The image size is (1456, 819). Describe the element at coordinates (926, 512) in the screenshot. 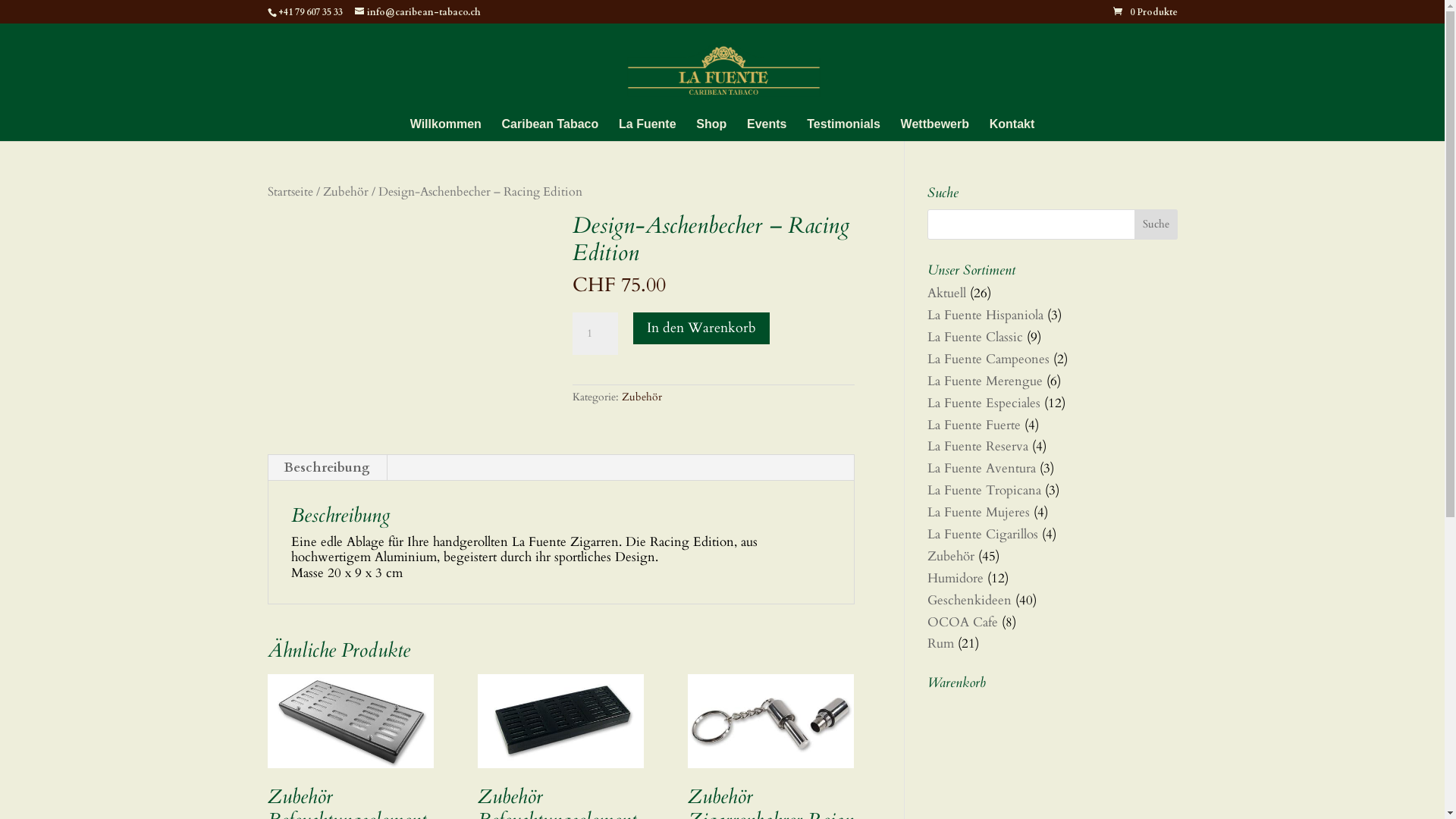

I see `'La Fuente Mujeres'` at that location.